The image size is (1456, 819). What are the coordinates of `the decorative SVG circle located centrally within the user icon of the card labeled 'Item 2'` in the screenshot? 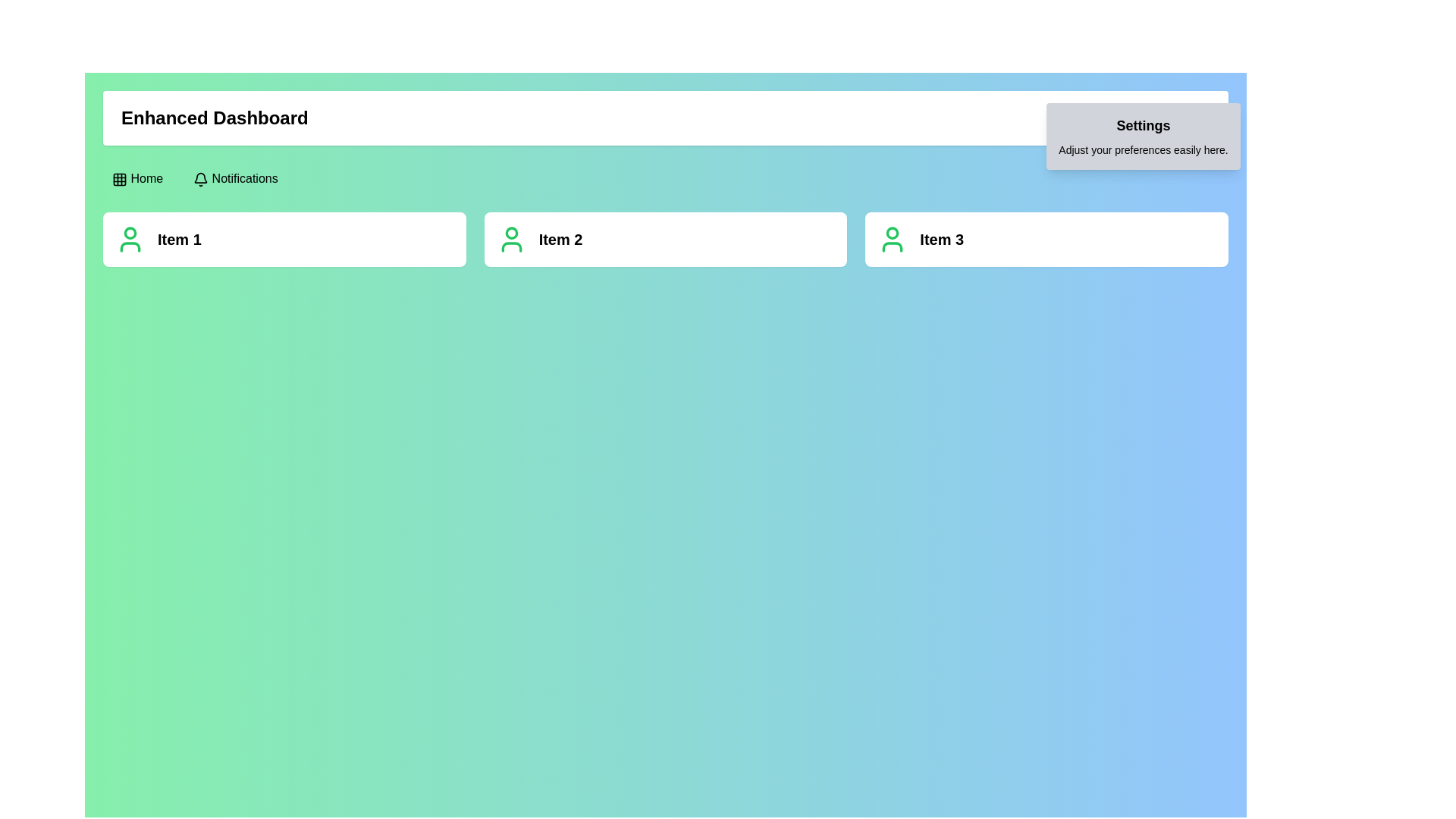 It's located at (511, 233).